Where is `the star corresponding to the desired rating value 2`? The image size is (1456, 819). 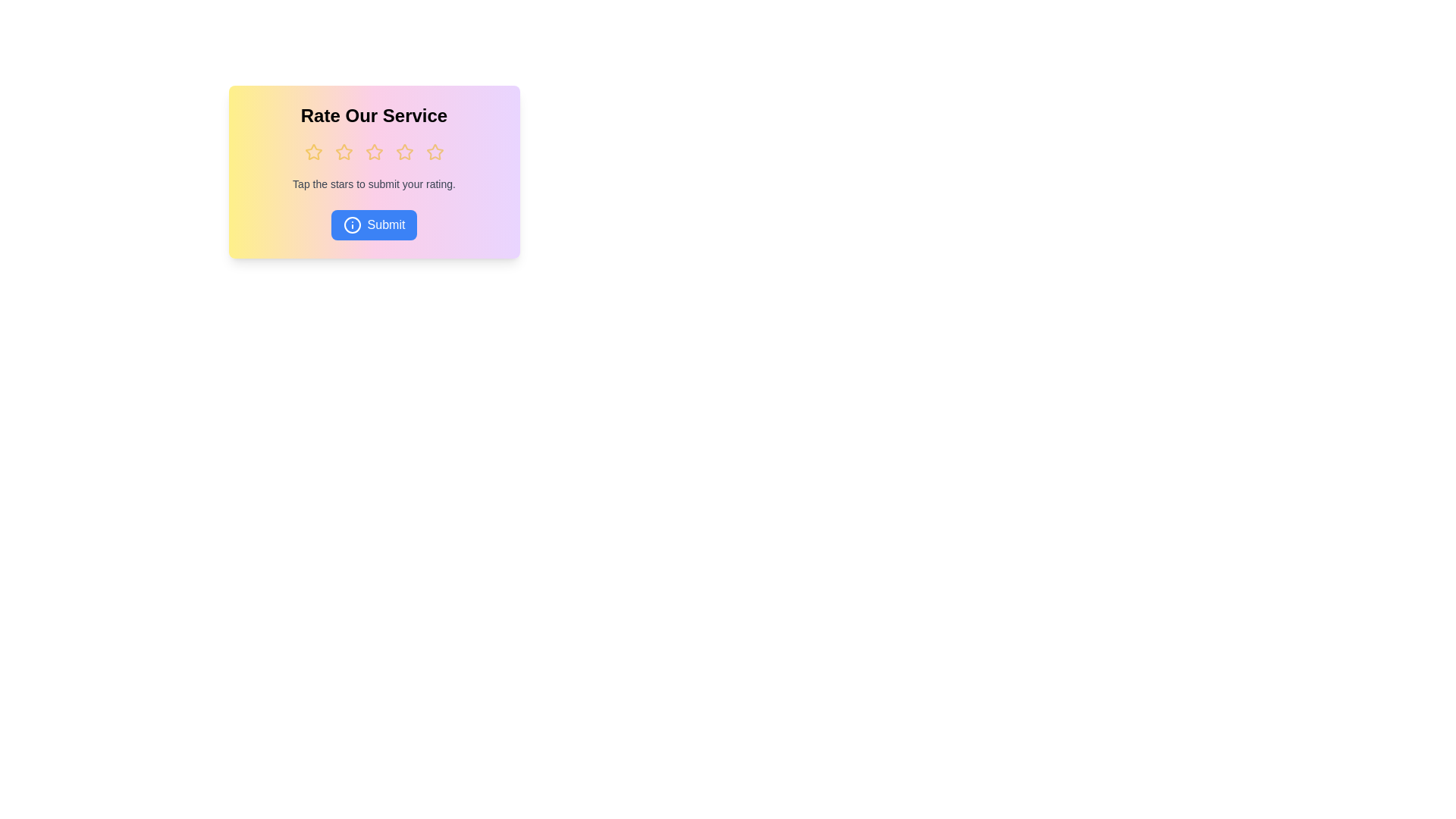 the star corresponding to the desired rating value 2 is located at coordinates (343, 152).